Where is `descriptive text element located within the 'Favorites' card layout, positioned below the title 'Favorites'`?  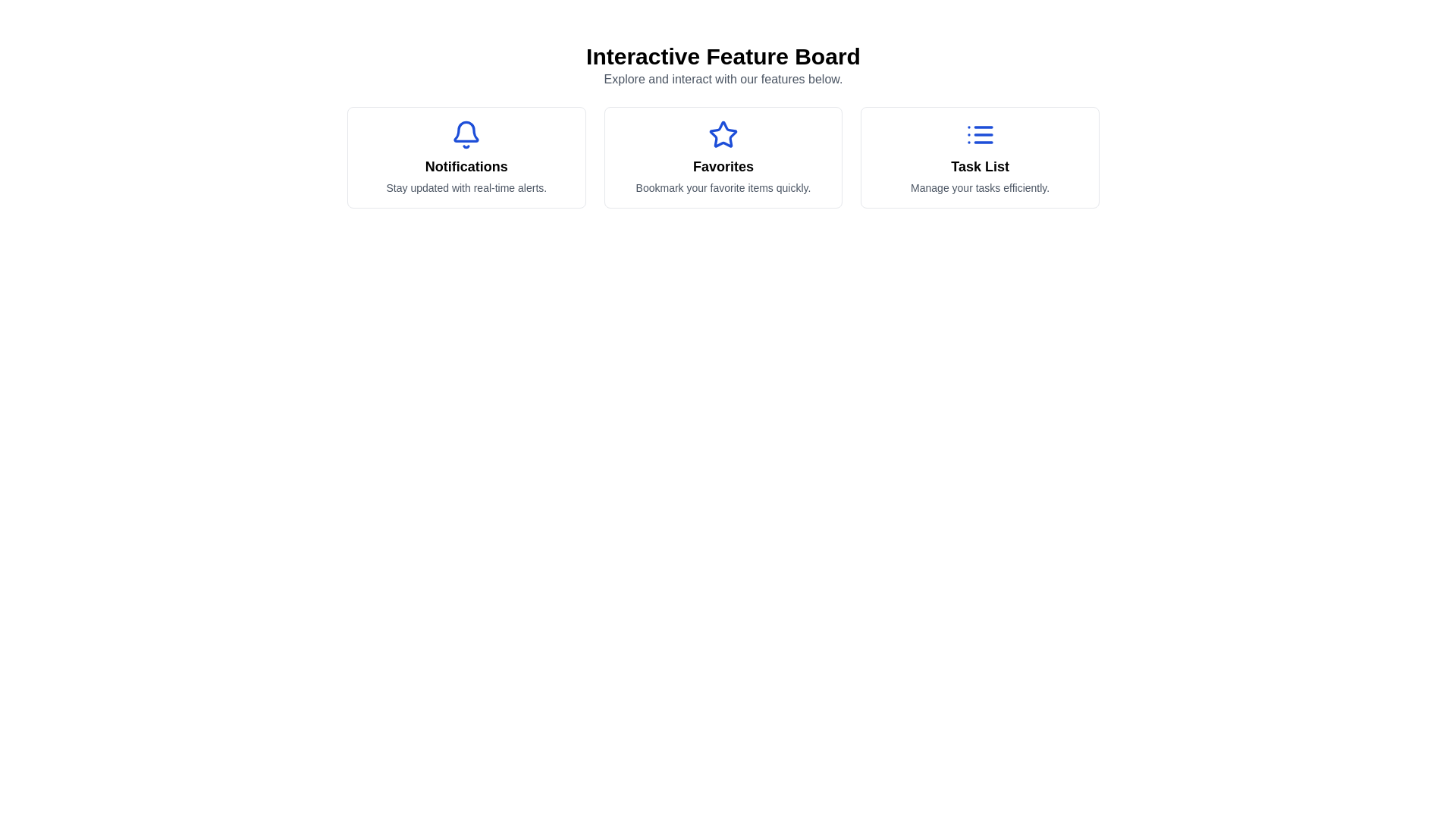
descriptive text element located within the 'Favorites' card layout, positioned below the title 'Favorites' is located at coordinates (723, 187).